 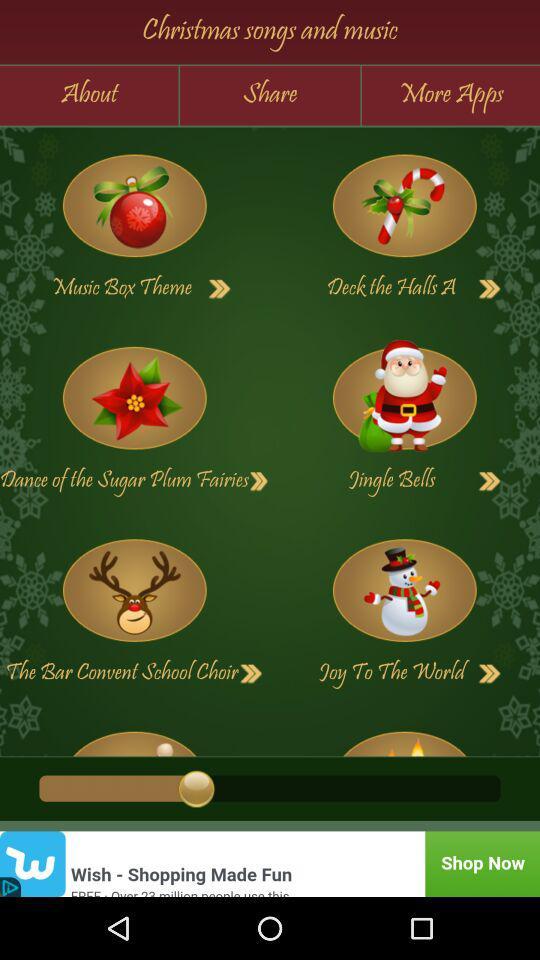 I want to click on song, so click(x=219, y=288).